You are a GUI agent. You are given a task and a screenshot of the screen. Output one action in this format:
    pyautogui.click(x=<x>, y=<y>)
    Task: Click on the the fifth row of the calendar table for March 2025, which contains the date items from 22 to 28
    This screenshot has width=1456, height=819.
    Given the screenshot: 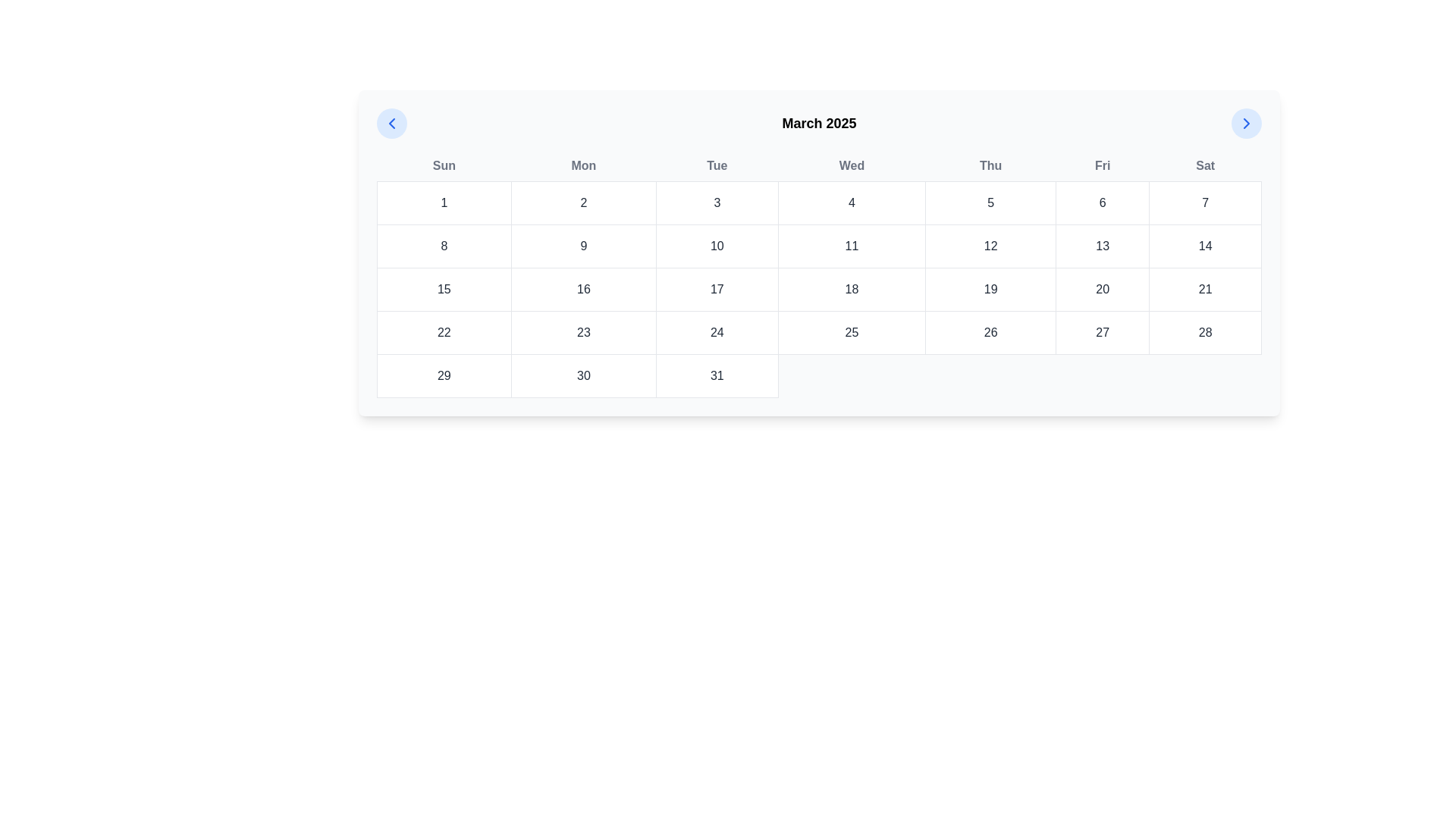 What is the action you would take?
    pyautogui.click(x=818, y=332)
    